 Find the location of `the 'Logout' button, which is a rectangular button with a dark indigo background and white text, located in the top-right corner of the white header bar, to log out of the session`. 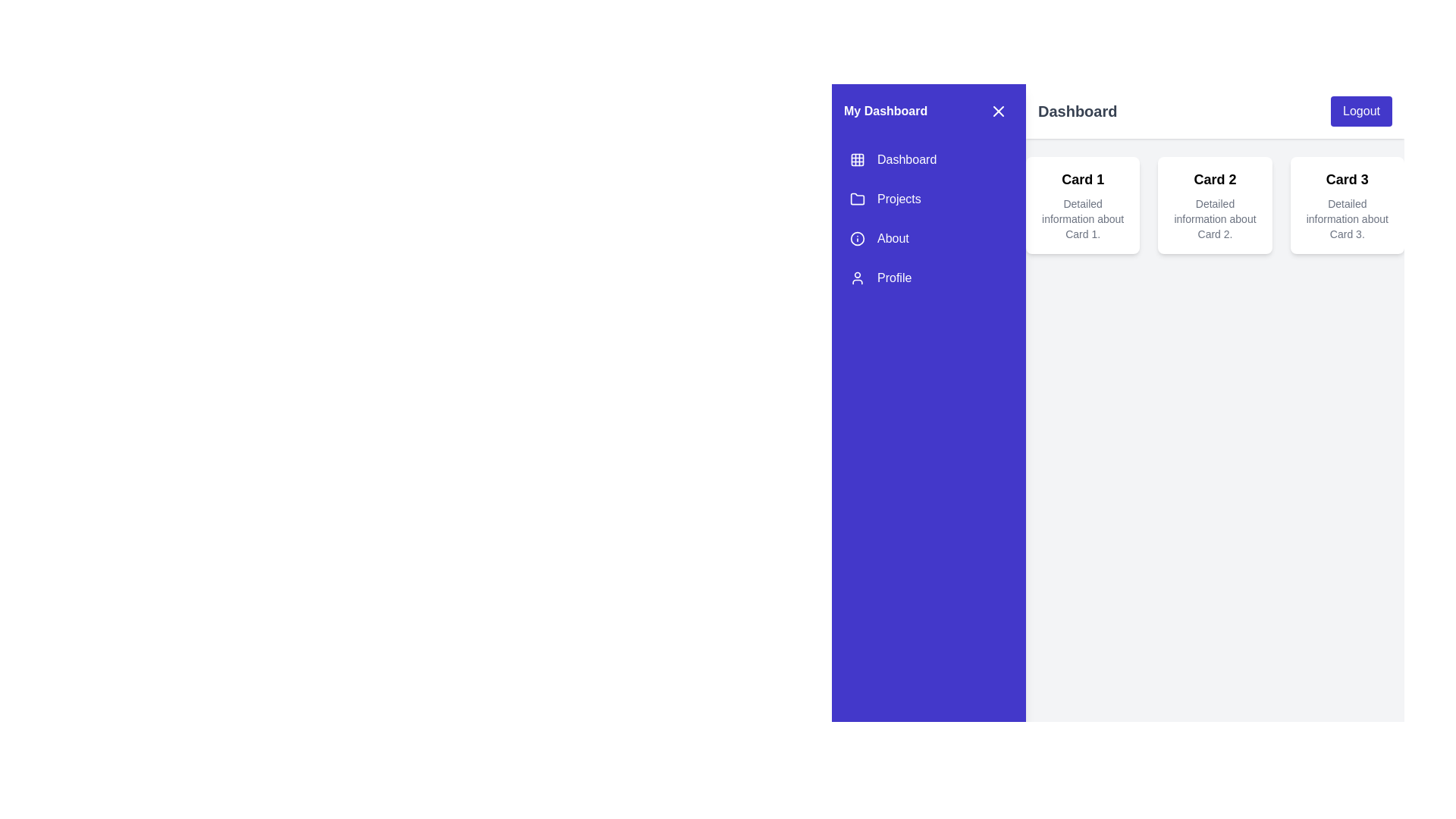

the 'Logout' button, which is a rectangular button with a dark indigo background and white text, located in the top-right corner of the white header bar, to log out of the session is located at coordinates (1361, 110).